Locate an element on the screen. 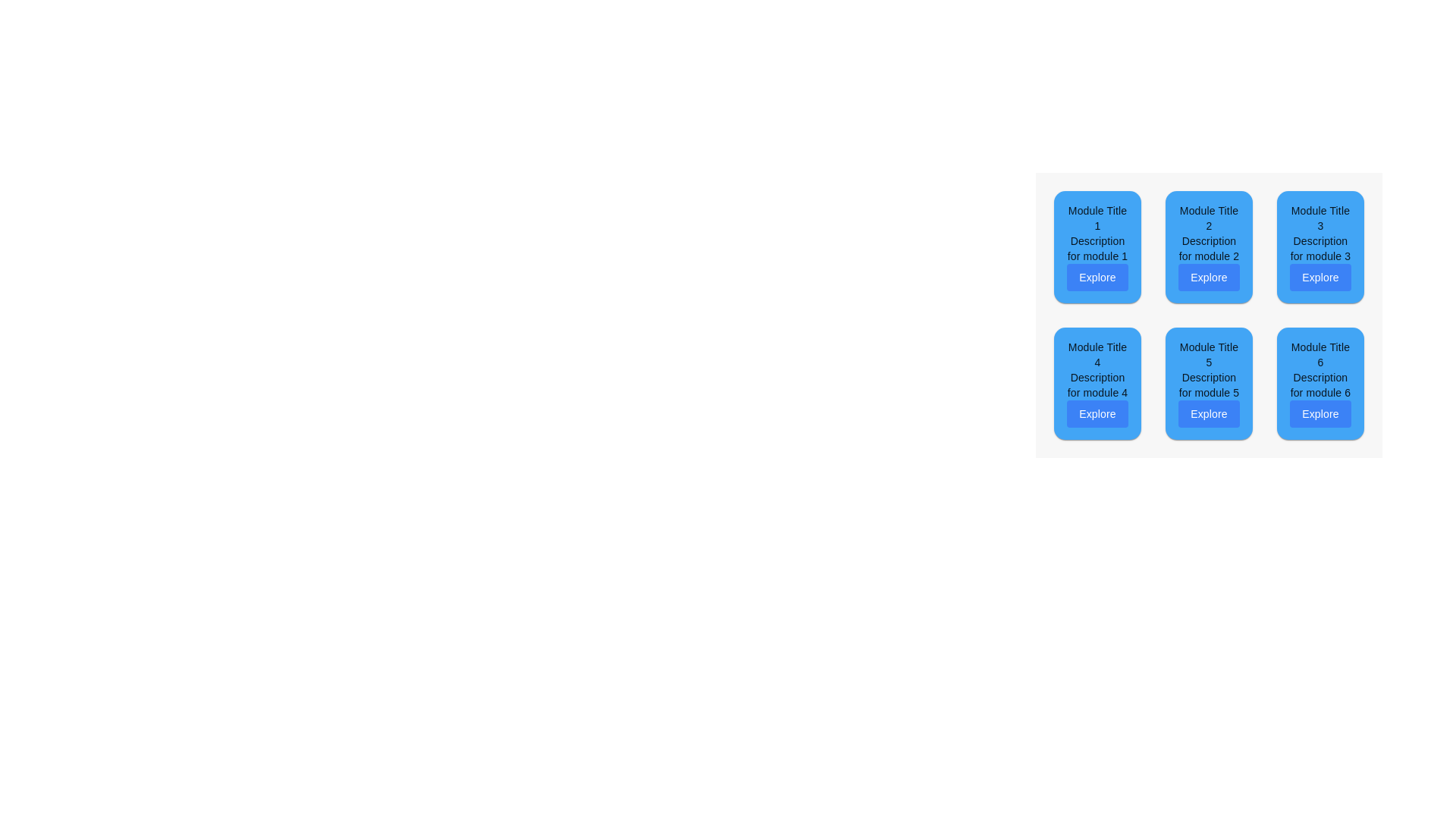 This screenshot has height=819, width=1456. the rectangular button with rounded corners labeled 'Explore' located at the bottom of the fifth card in the grid layout is located at coordinates (1208, 414).